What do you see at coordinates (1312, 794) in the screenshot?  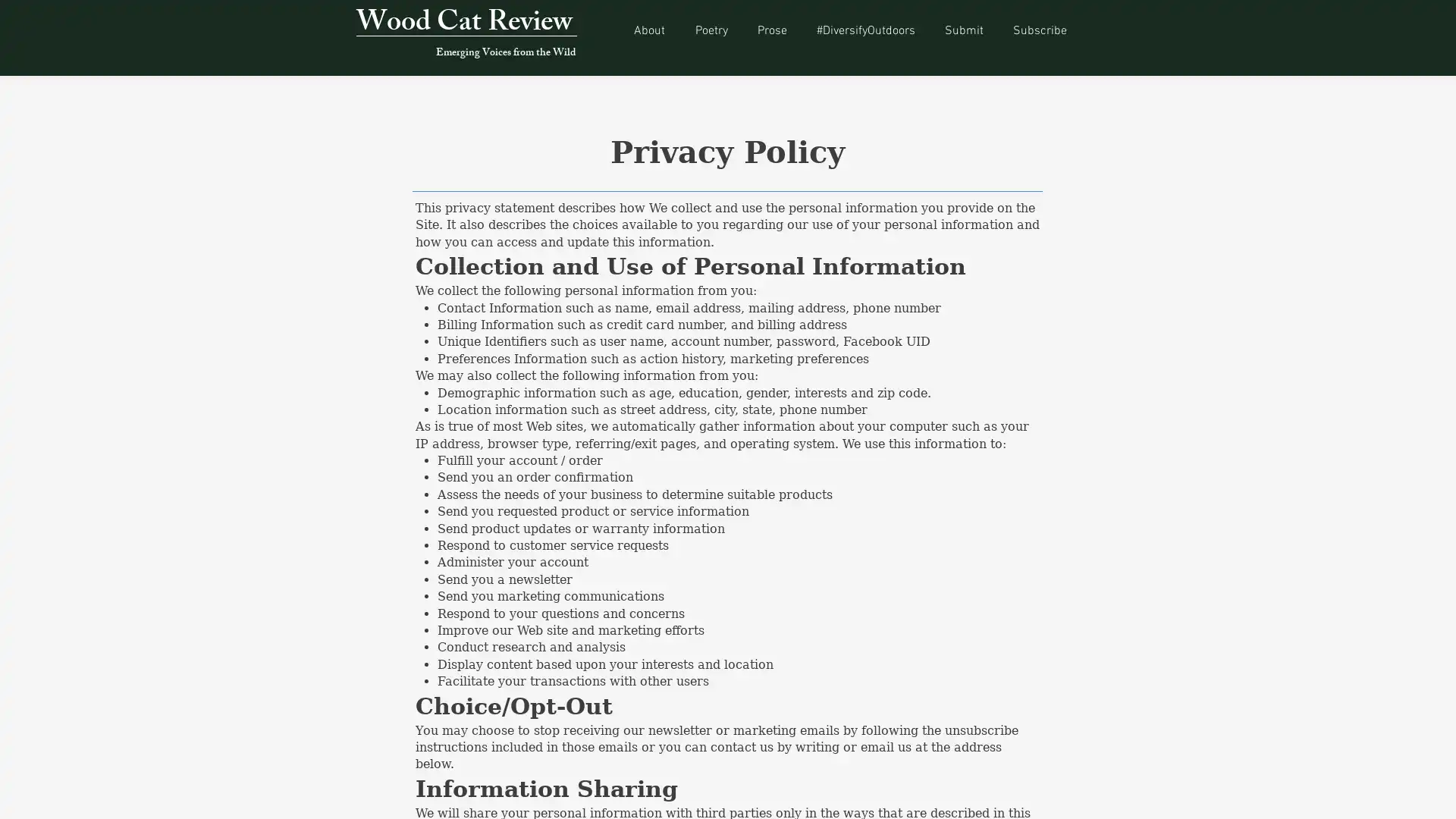 I see `Settings` at bounding box center [1312, 794].